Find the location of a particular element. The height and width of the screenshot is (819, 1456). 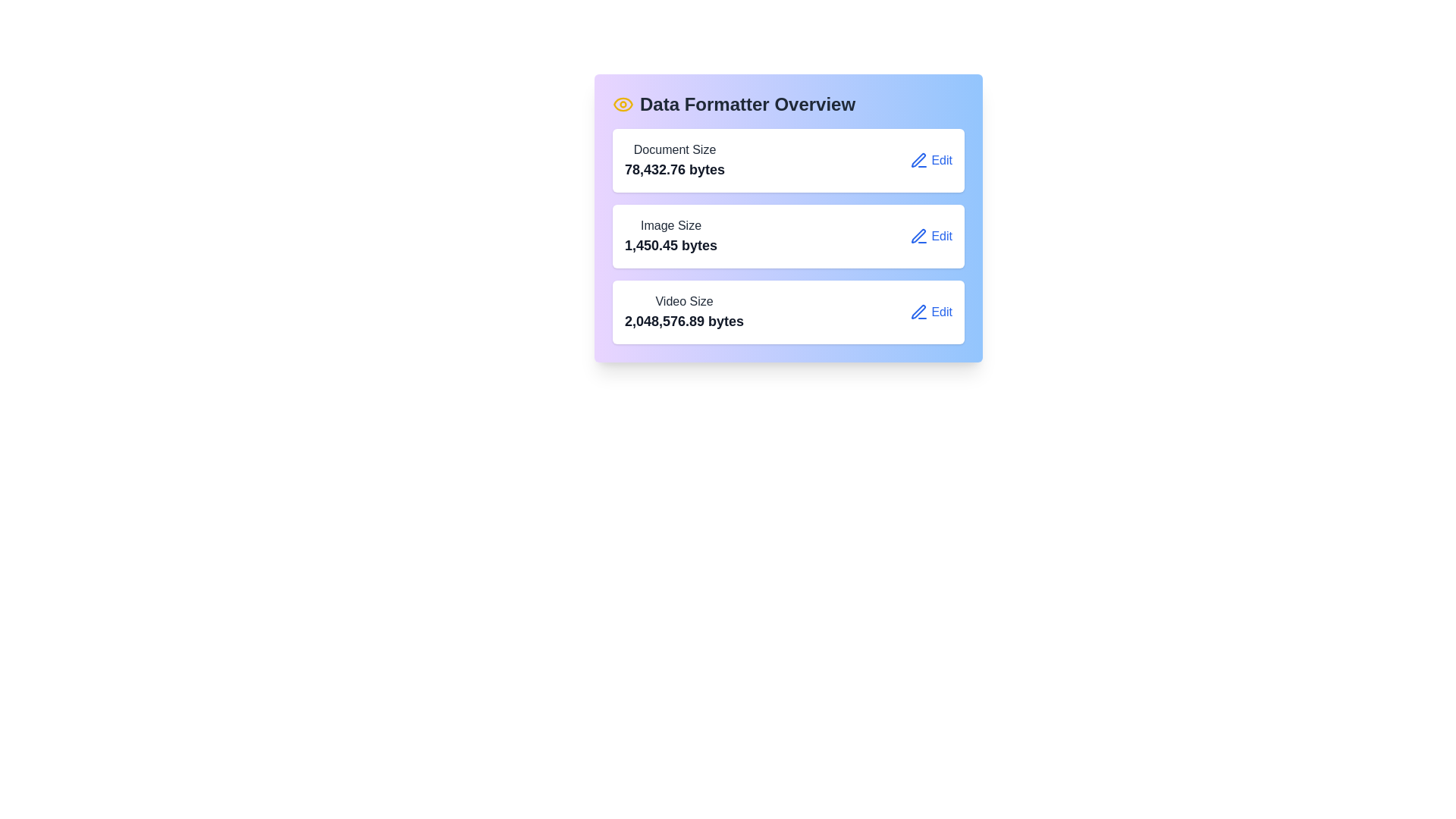

the first blue pen icon located to the left of the 'Edit' label in the 'Document Size' field is located at coordinates (918, 161).